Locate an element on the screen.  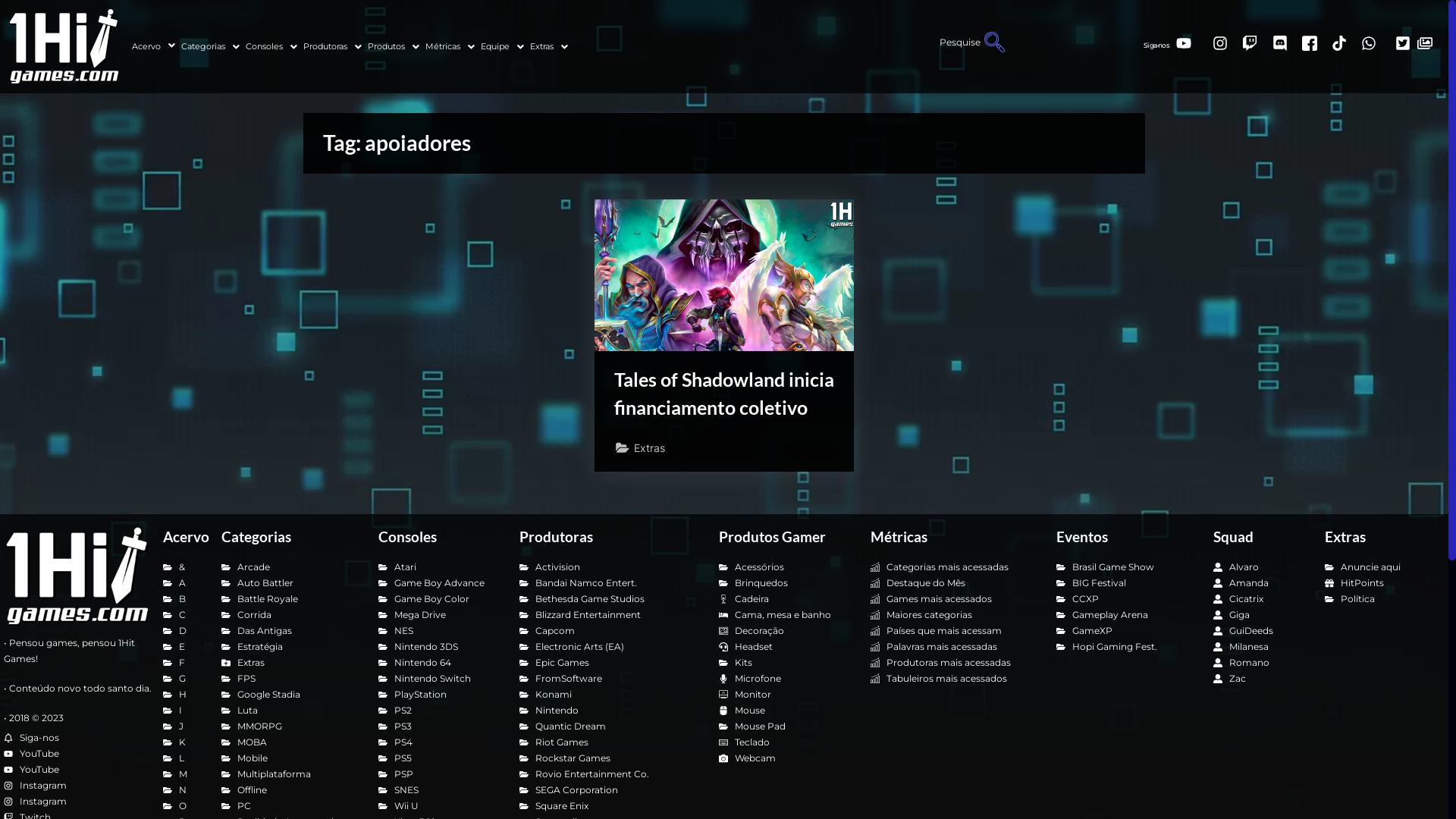
'A' is located at coordinates (163, 582).